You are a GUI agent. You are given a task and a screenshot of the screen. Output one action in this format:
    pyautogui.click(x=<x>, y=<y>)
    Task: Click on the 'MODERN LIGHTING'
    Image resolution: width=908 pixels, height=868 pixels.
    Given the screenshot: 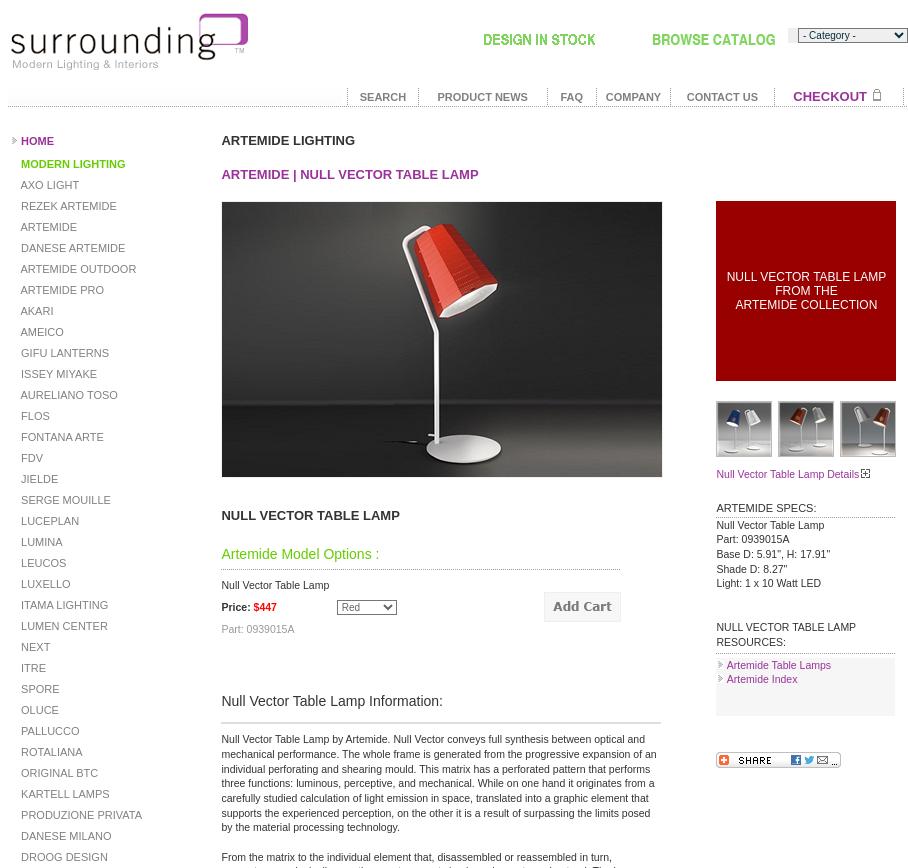 What is the action you would take?
    pyautogui.click(x=71, y=163)
    